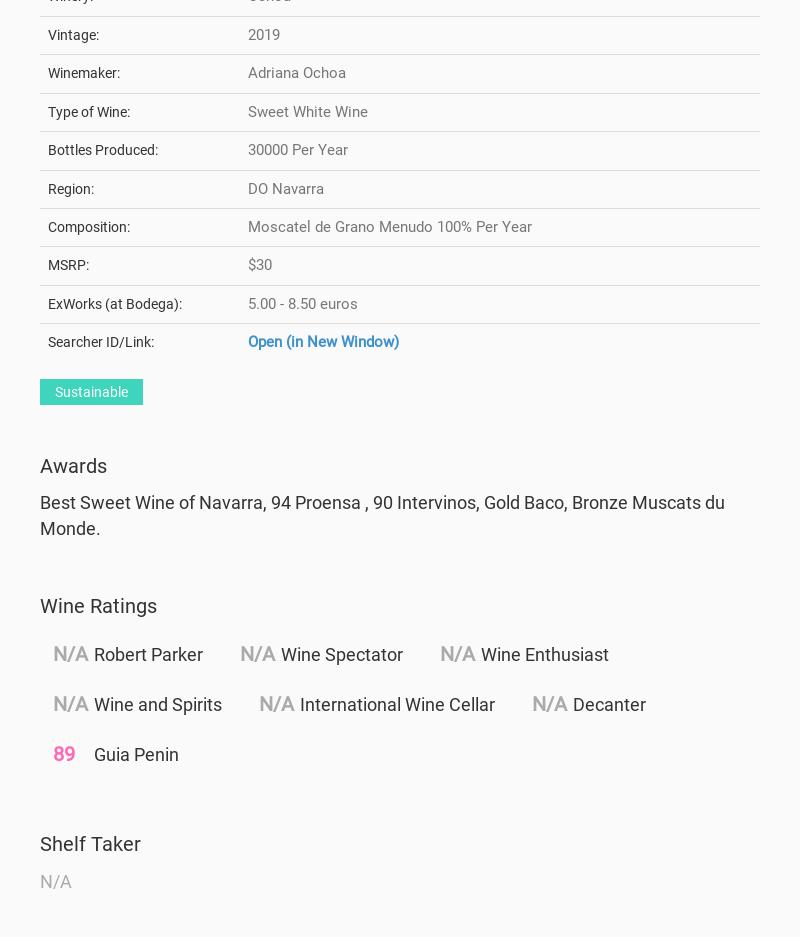 The height and width of the screenshot is (937, 800). Describe the element at coordinates (247, 72) in the screenshot. I see `'Adriana Ochoa'` at that location.